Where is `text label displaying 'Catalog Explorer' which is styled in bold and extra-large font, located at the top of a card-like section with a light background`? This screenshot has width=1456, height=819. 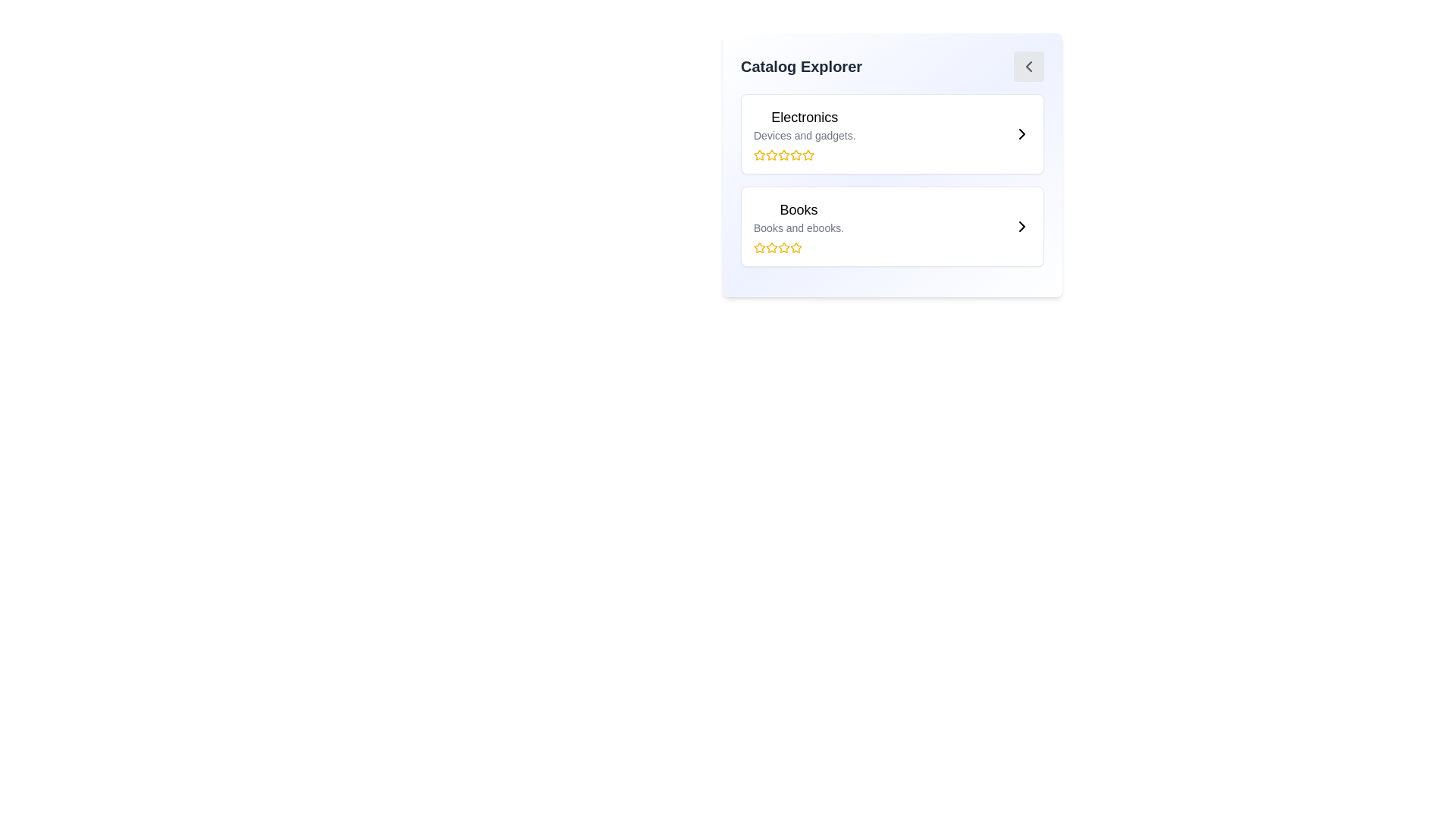 text label displaying 'Catalog Explorer' which is styled in bold and extra-large font, located at the top of a card-like section with a light background is located at coordinates (800, 66).